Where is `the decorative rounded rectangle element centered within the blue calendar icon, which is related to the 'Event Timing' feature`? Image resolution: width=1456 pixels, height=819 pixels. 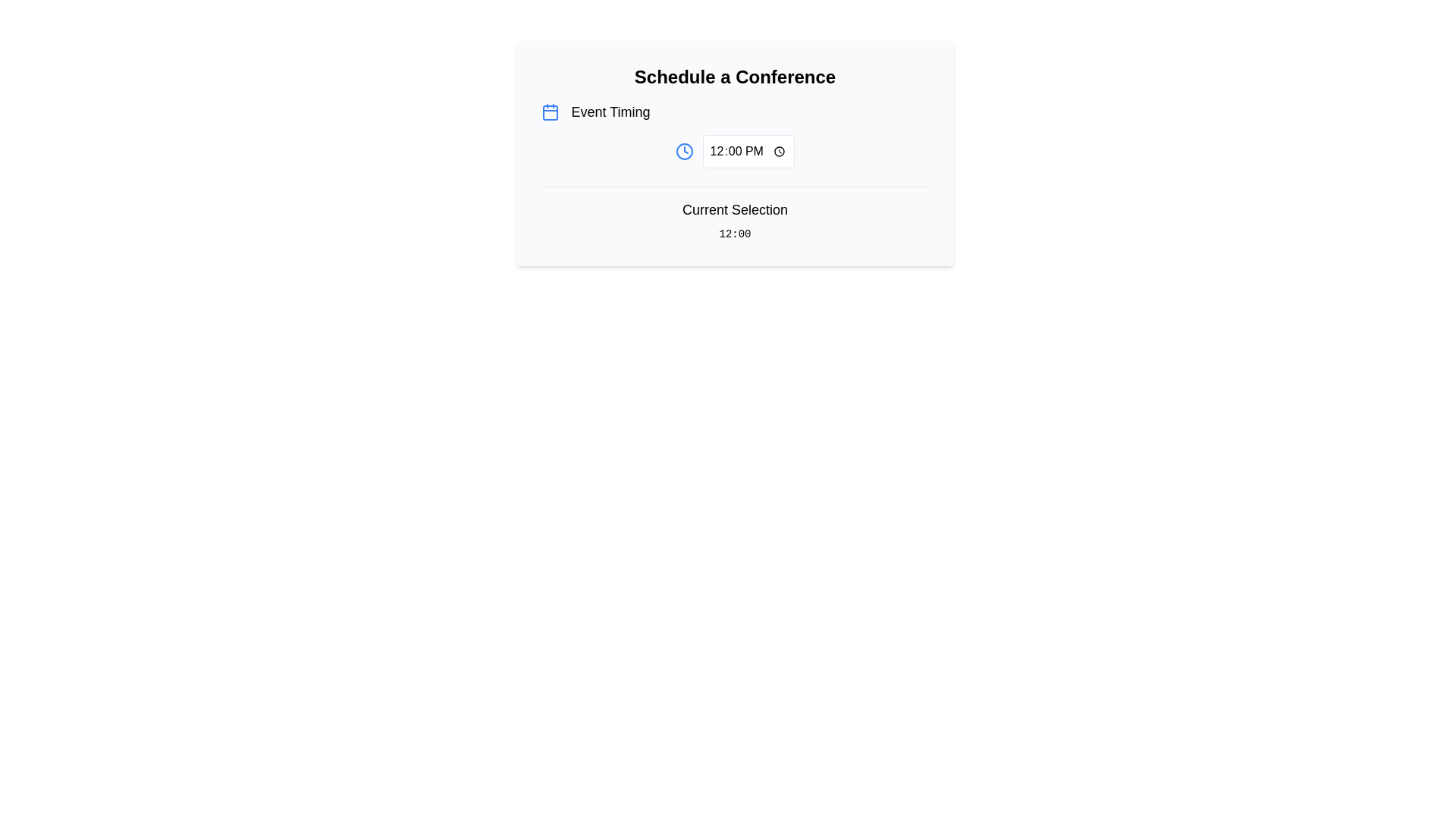
the decorative rounded rectangle element centered within the blue calendar icon, which is related to the 'Event Timing' feature is located at coordinates (549, 112).